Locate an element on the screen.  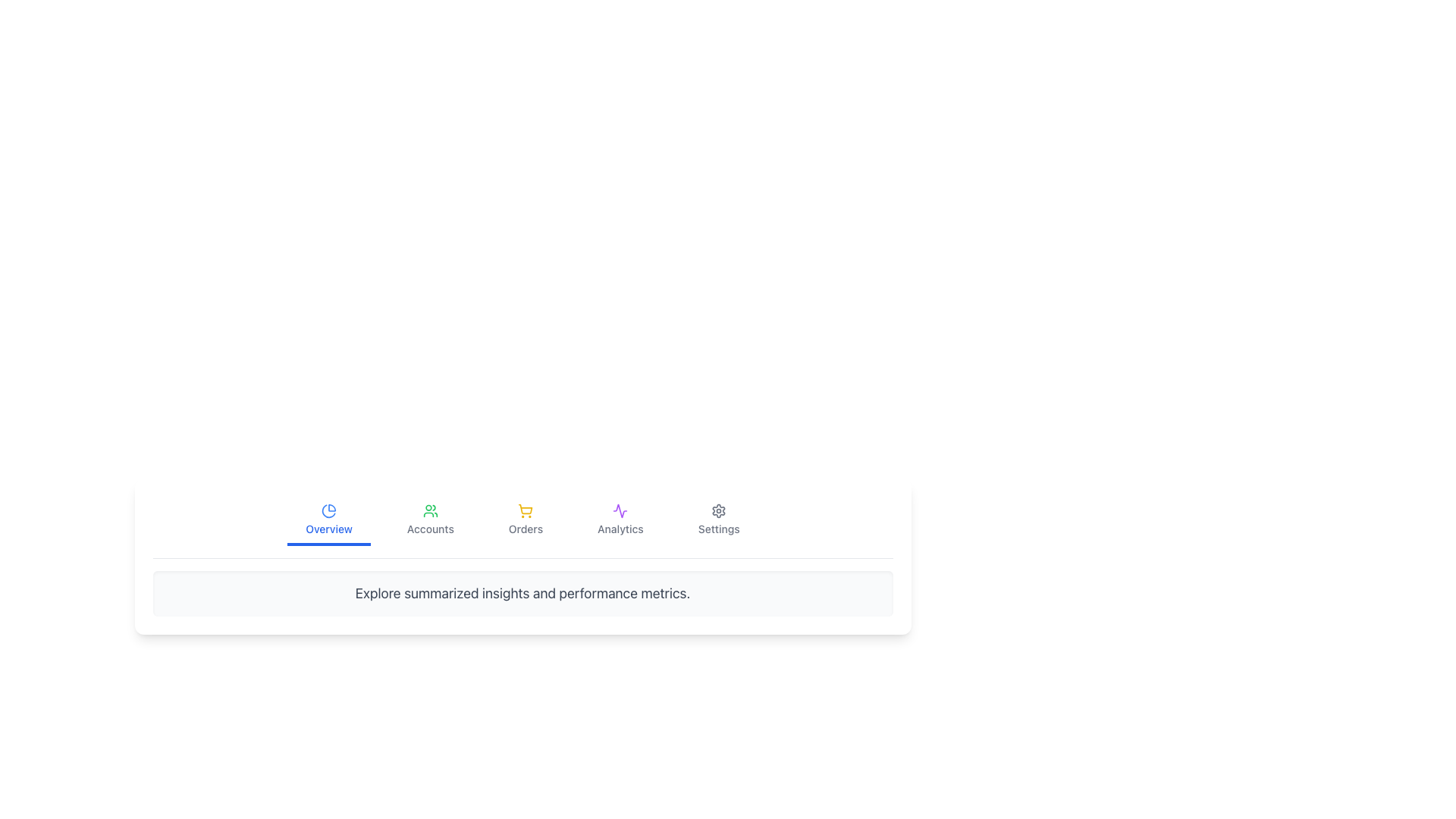
the descriptive text label associated with the 'Settings' option located directly below the gear icon in the bottom navigation menu is located at coordinates (718, 529).